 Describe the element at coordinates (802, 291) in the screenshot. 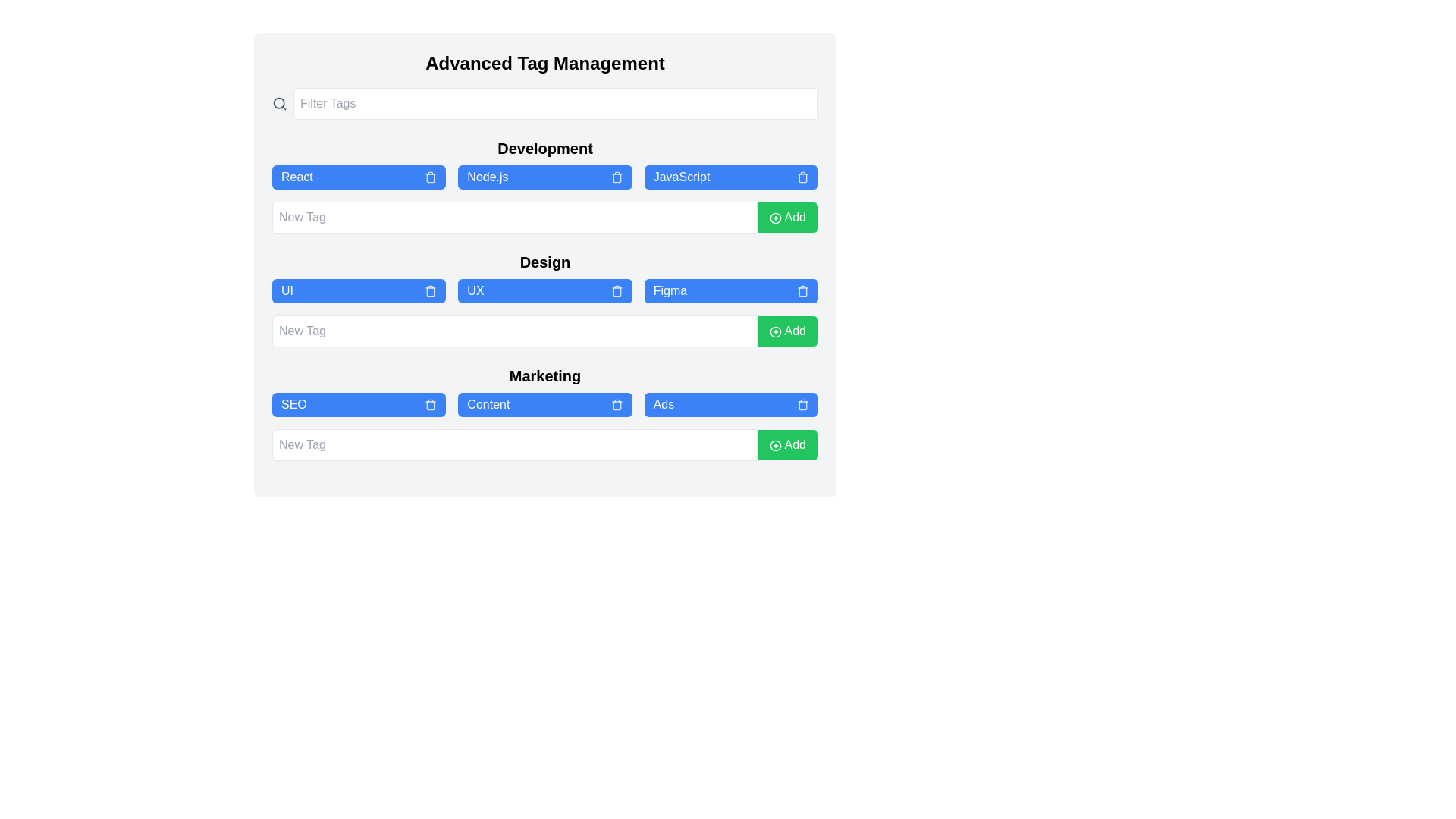

I see `the trash can icon button located at the far right within the 'Figma' tag under the 'Design' section` at that location.